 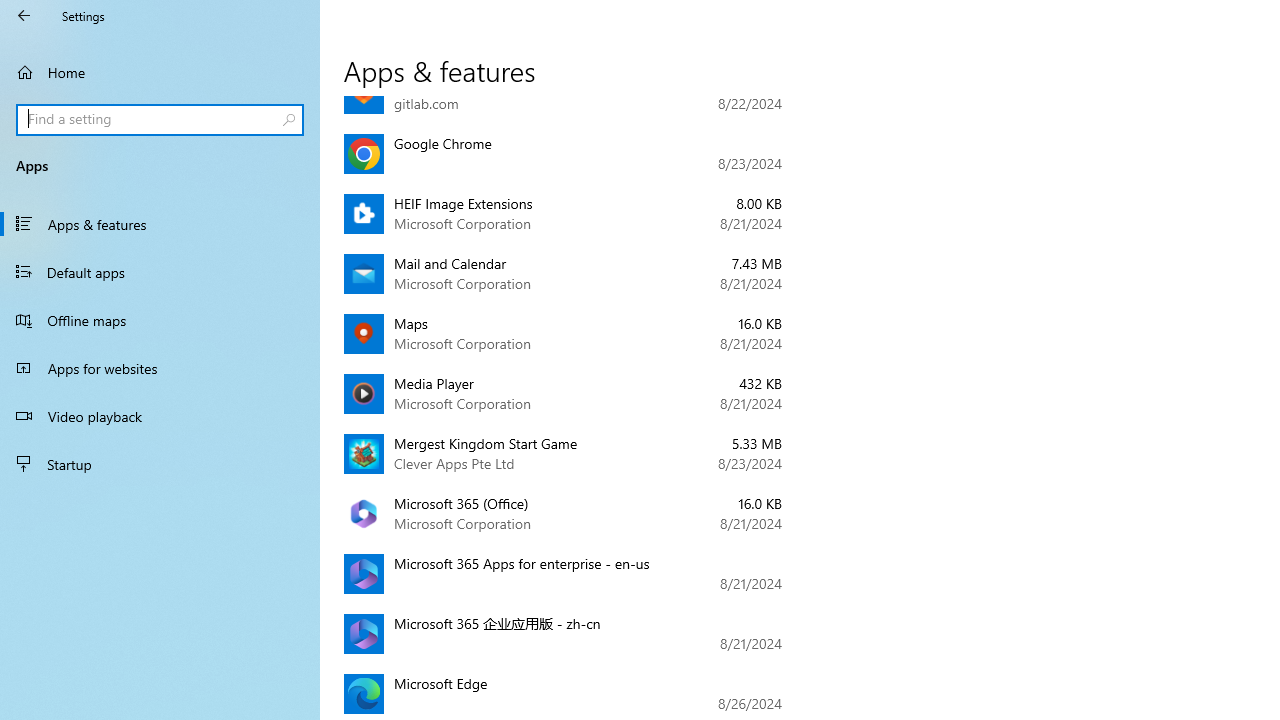 I want to click on 'Video playback', so click(x=160, y=414).